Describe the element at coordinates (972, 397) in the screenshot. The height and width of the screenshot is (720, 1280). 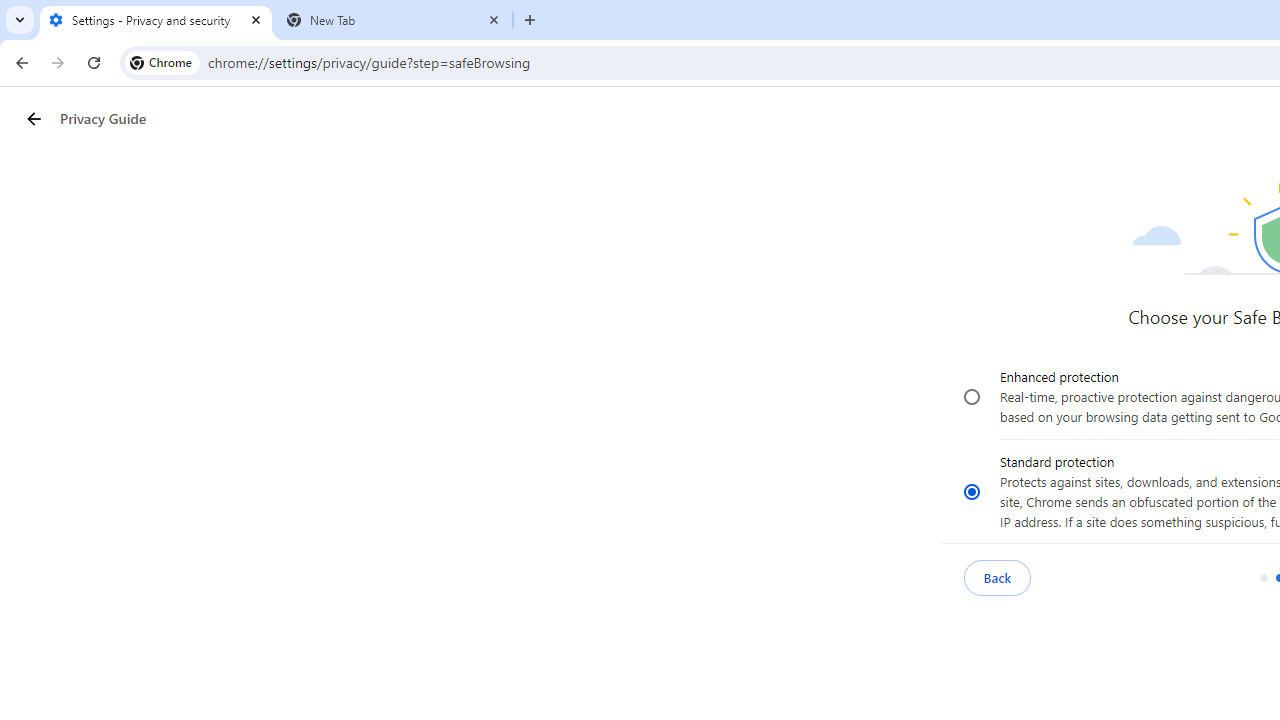
I see `'Enhanced protection'` at that location.